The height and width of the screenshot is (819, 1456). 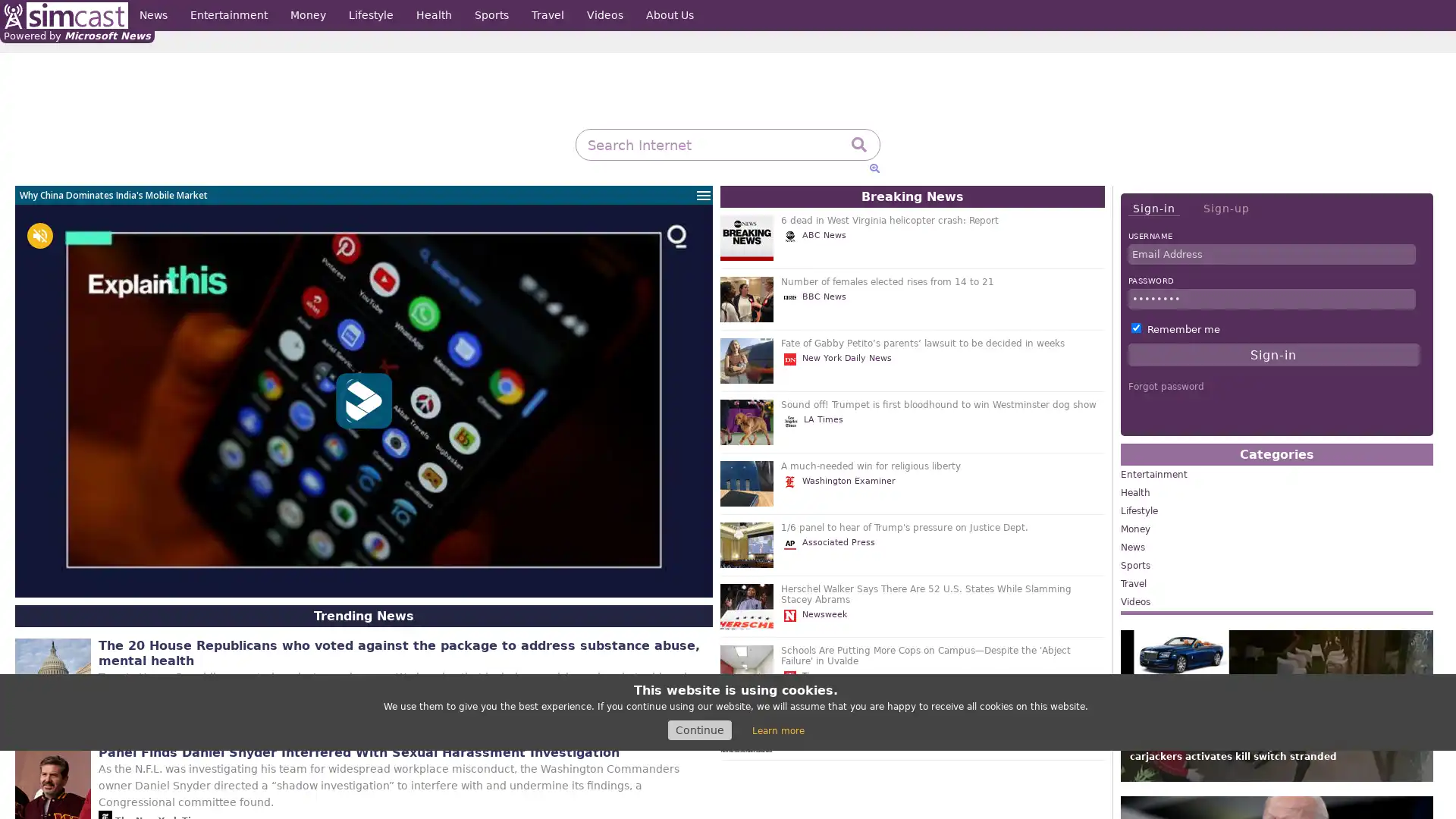 What do you see at coordinates (1153, 209) in the screenshot?
I see `Sign-in` at bounding box center [1153, 209].